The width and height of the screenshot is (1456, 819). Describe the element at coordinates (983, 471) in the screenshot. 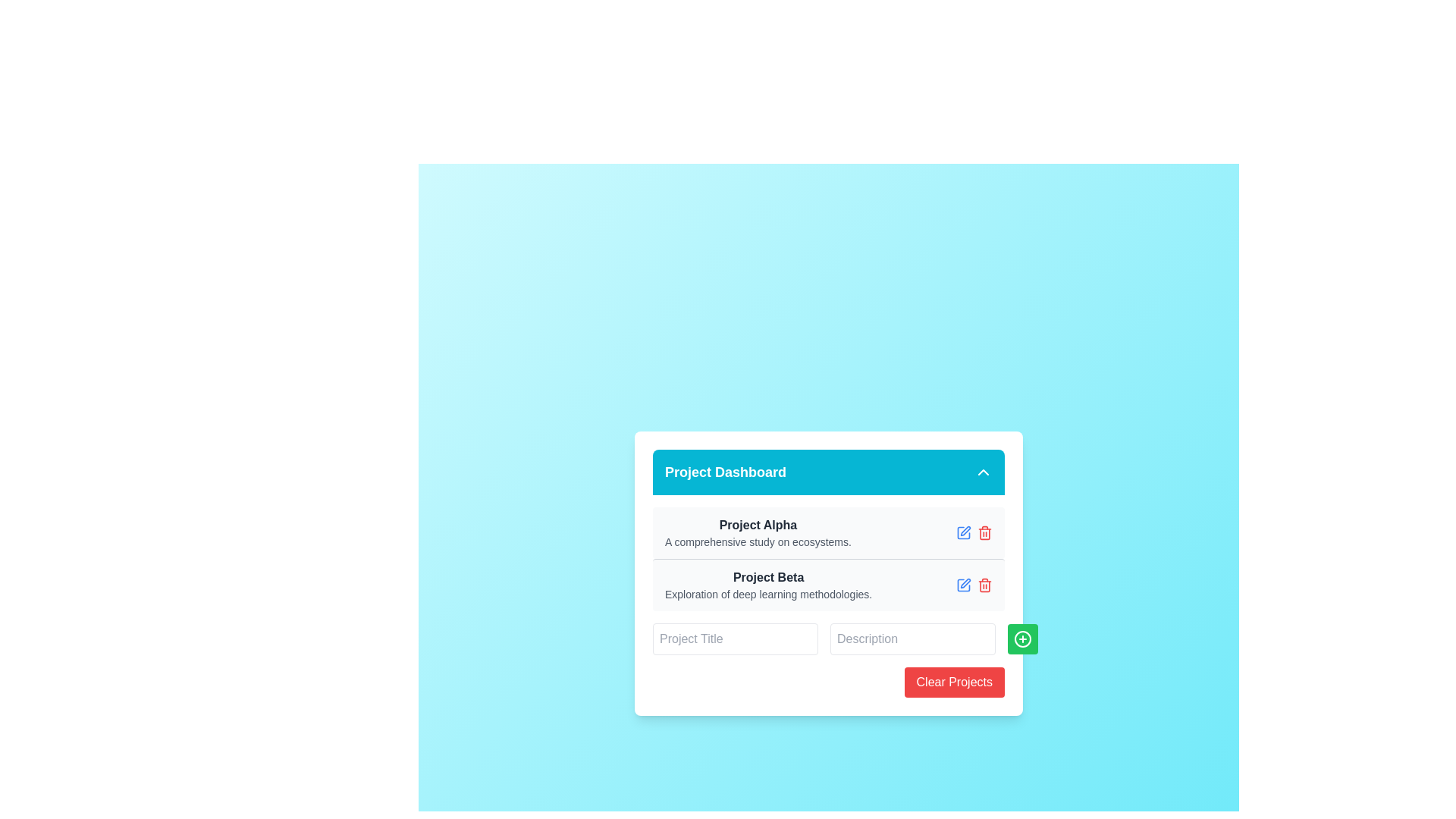

I see `the downward-facing chevron icon button with a white outline in the top-right corner of the cyan header bar labeled 'Project Dashboard'` at that location.